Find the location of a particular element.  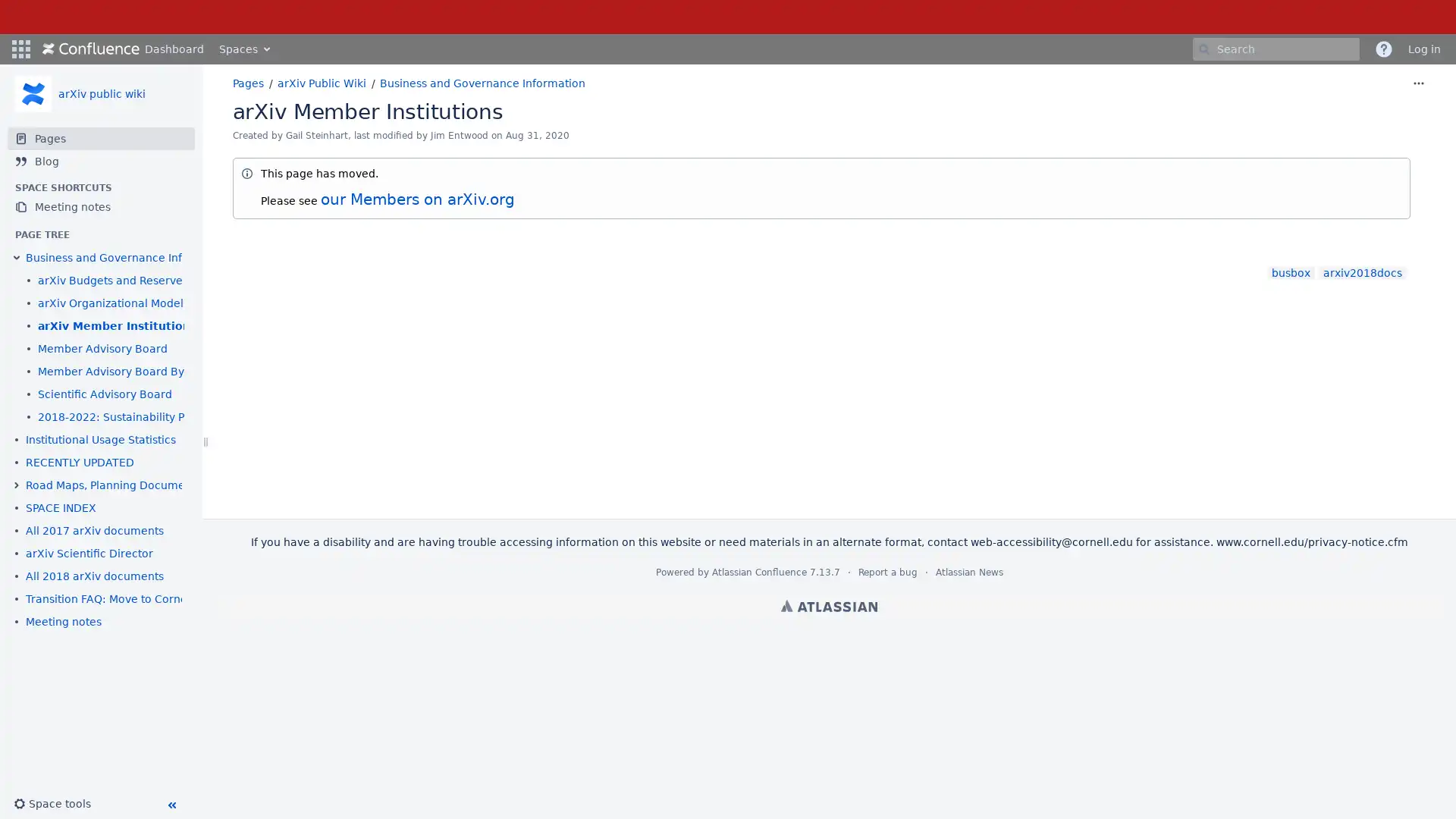

Collapse sidebar ( [ ) is located at coordinates (171, 804).